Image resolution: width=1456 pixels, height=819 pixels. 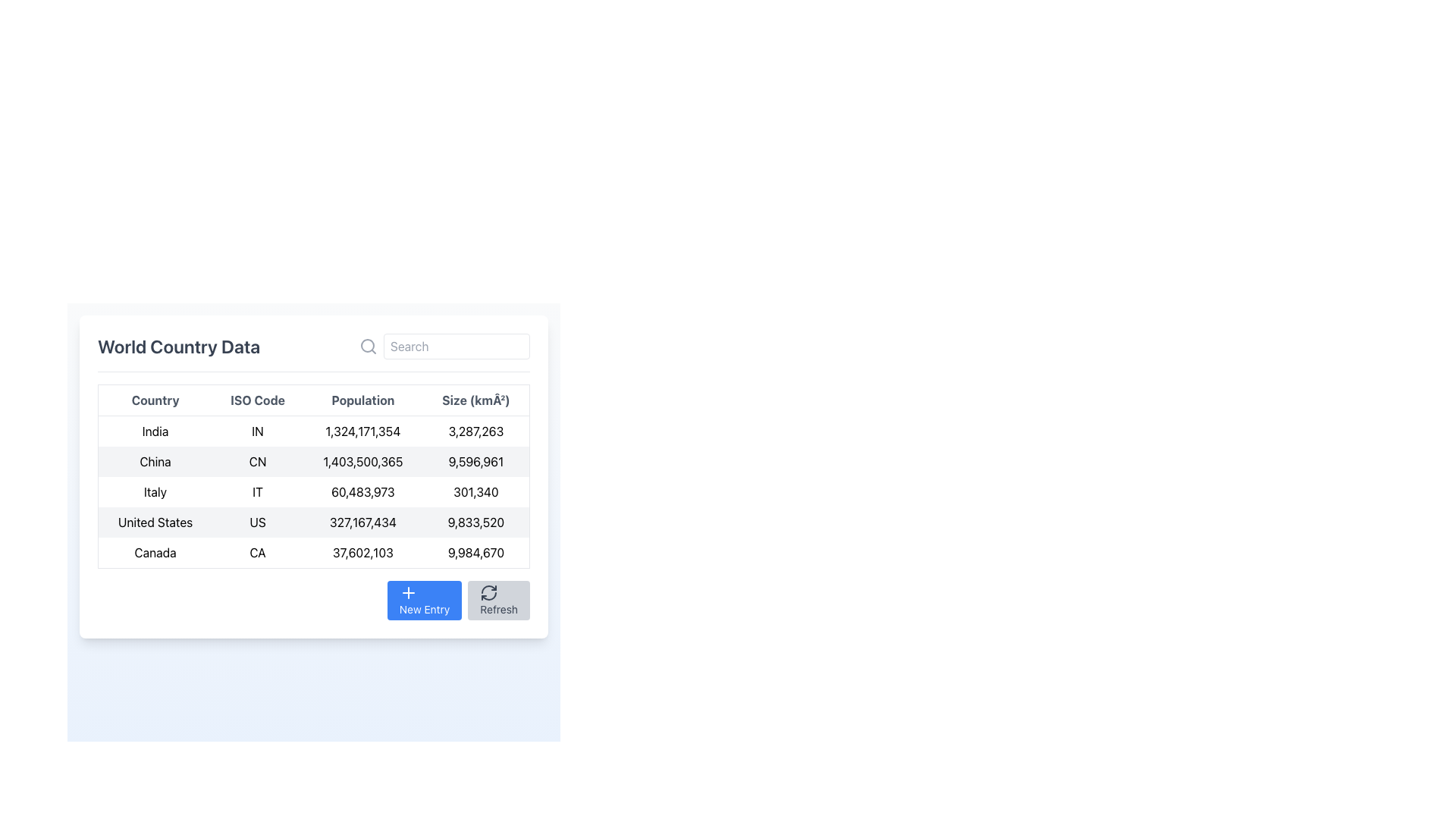 What do you see at coordinates (312, 491) in the screenshot?
I see `the third table row displaying information about Italy, located between the rows for China and United States in the country data table` at bounding box center [312, 491].